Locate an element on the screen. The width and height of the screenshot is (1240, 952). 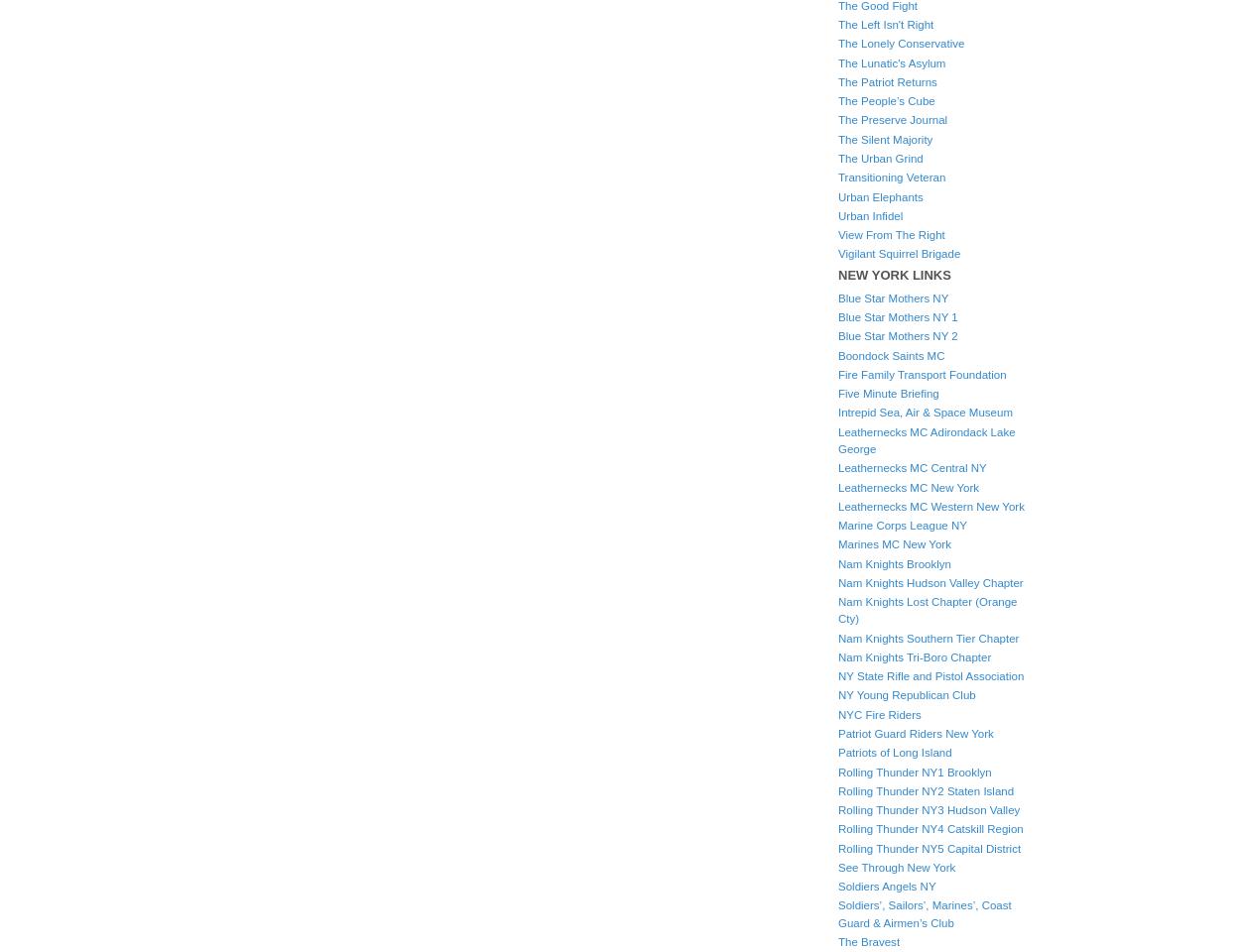
'Soldiers’, Sailors’, Marines’, Coast Guard & Airmen’s Club' is located at coordinates (837, 913).